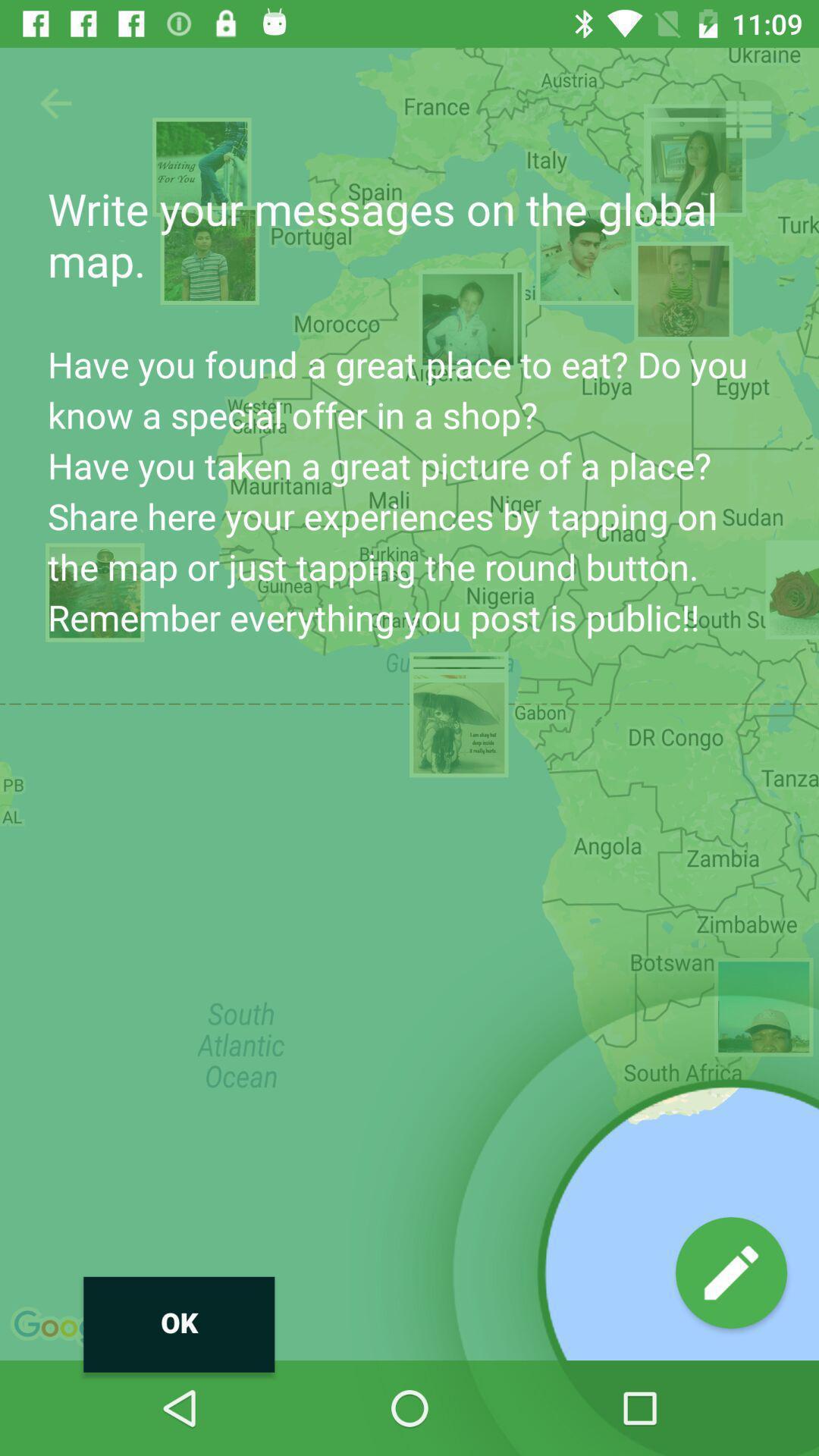 This screenshot has height=1456, width=819. Describe the element at coordinates (746, 118) in the screenshot. I see `open more options` at that location.